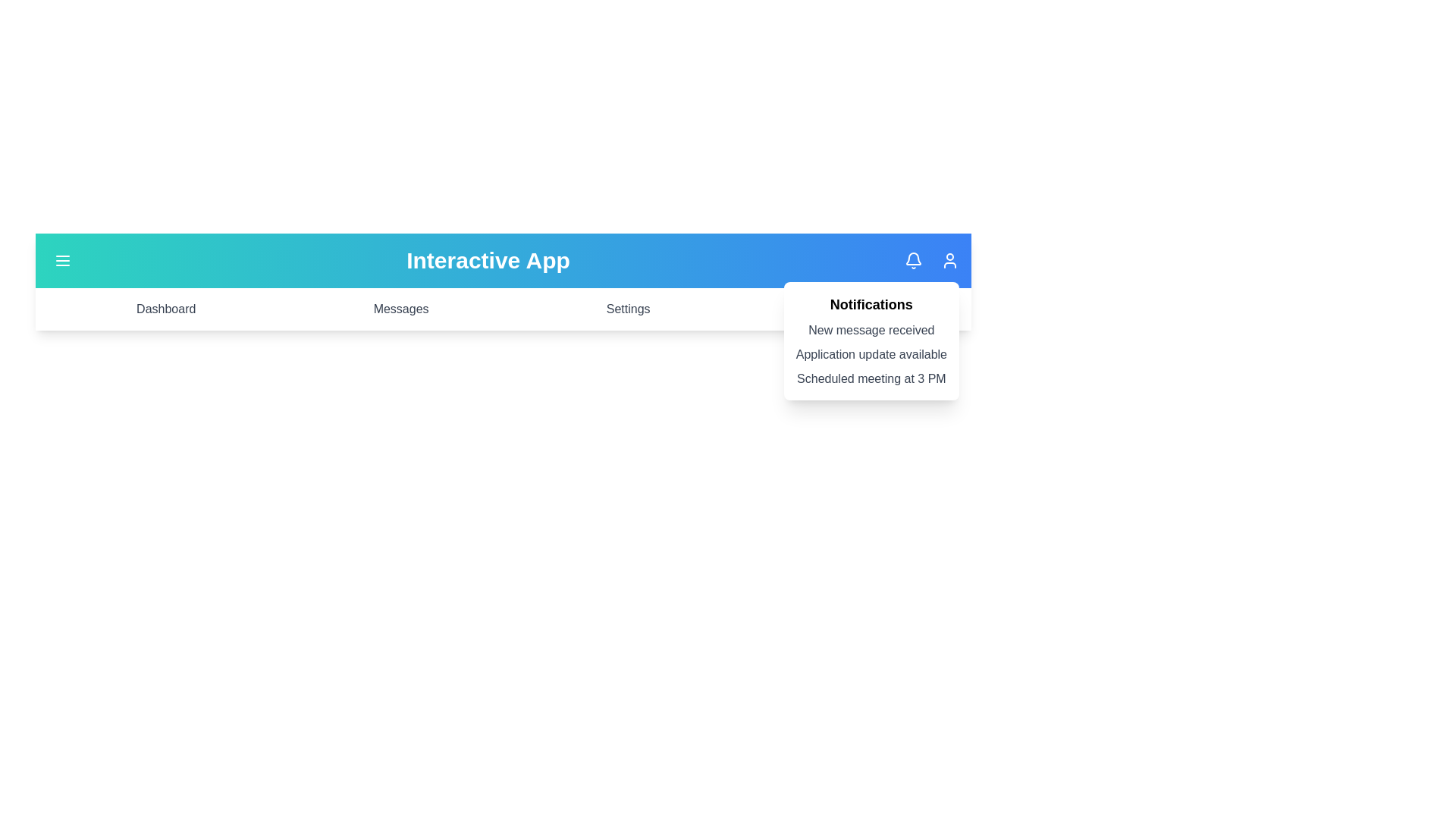  What do you see at coordinates (400, 309) in the screenshot?
I see `the menu item Messages from the app bar` at bounding box center [400, 309].